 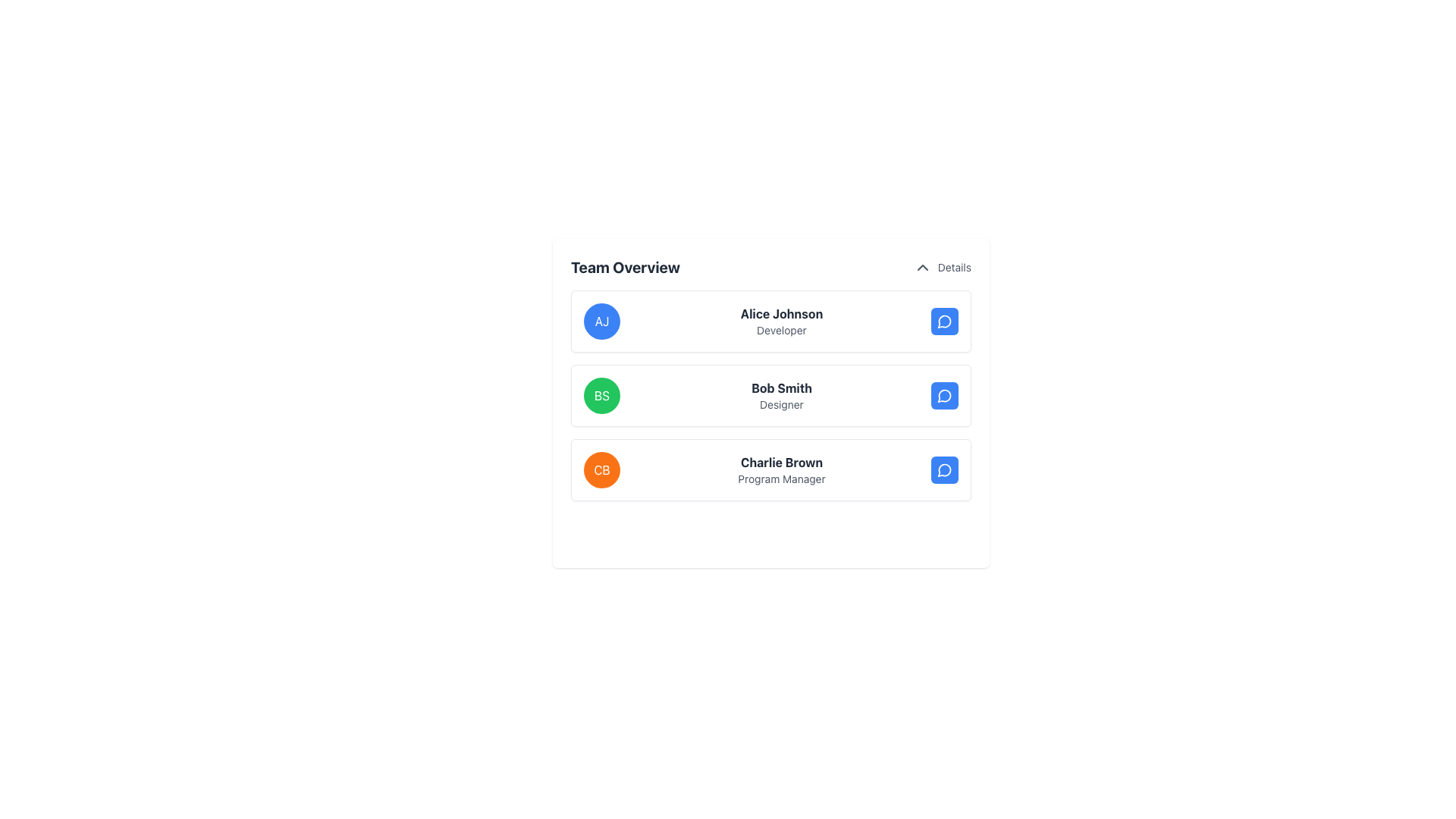 I want to click on the text display element that shows the name and job title of an individual, located within a horizontal card structure, next to a circular avatar with initials 'CB' and a blue button icon, so click(x=782, y=469).